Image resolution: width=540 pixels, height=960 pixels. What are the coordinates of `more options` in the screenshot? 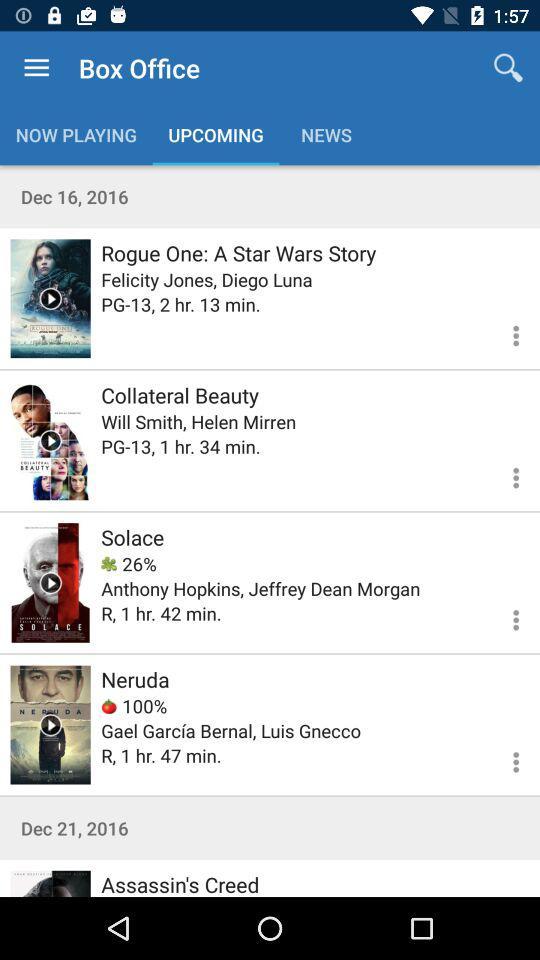 It's located at (503, 616).